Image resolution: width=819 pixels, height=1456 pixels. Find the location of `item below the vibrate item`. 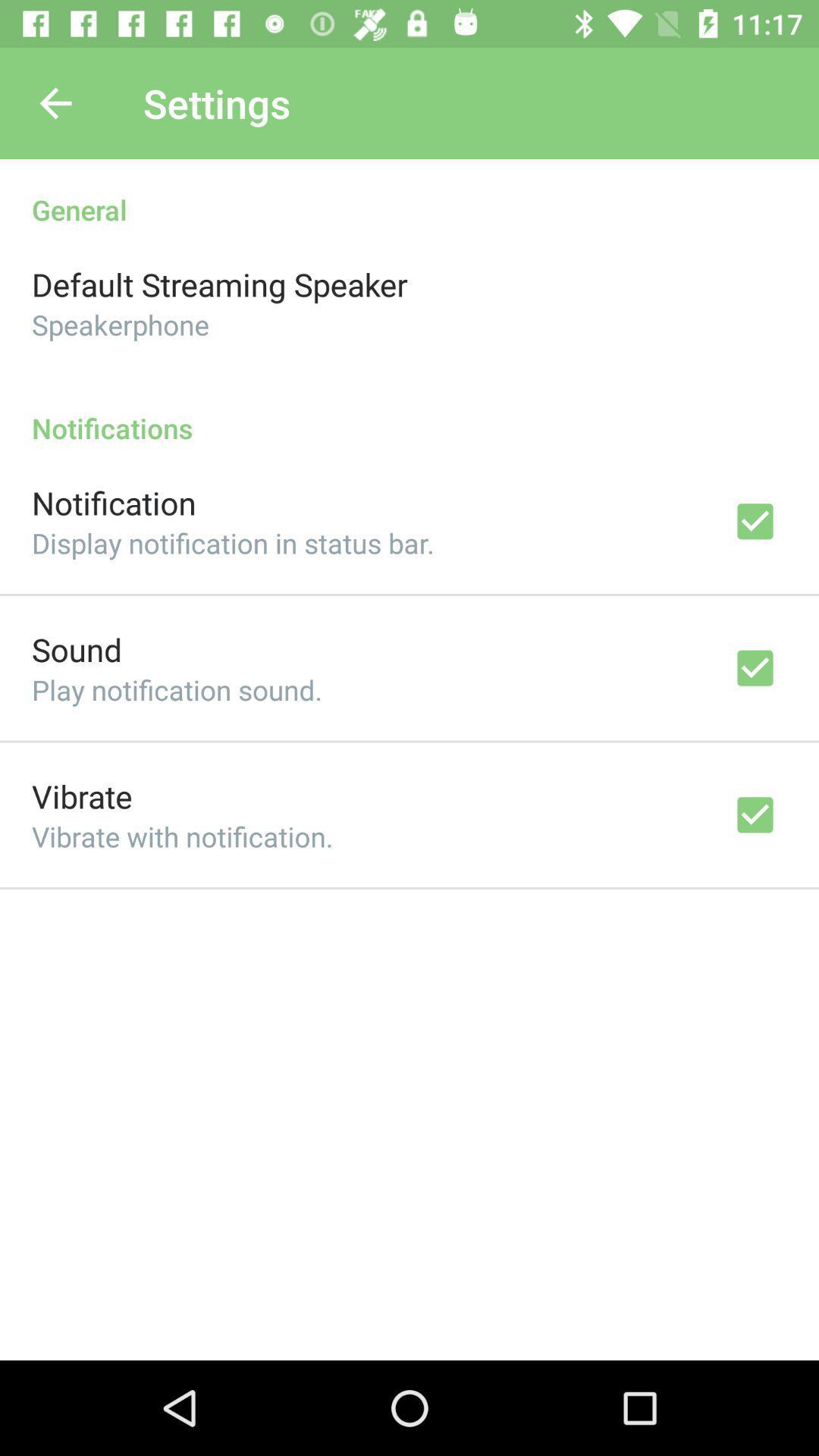

item below the vibrate item is located at coordinates (181, 836).